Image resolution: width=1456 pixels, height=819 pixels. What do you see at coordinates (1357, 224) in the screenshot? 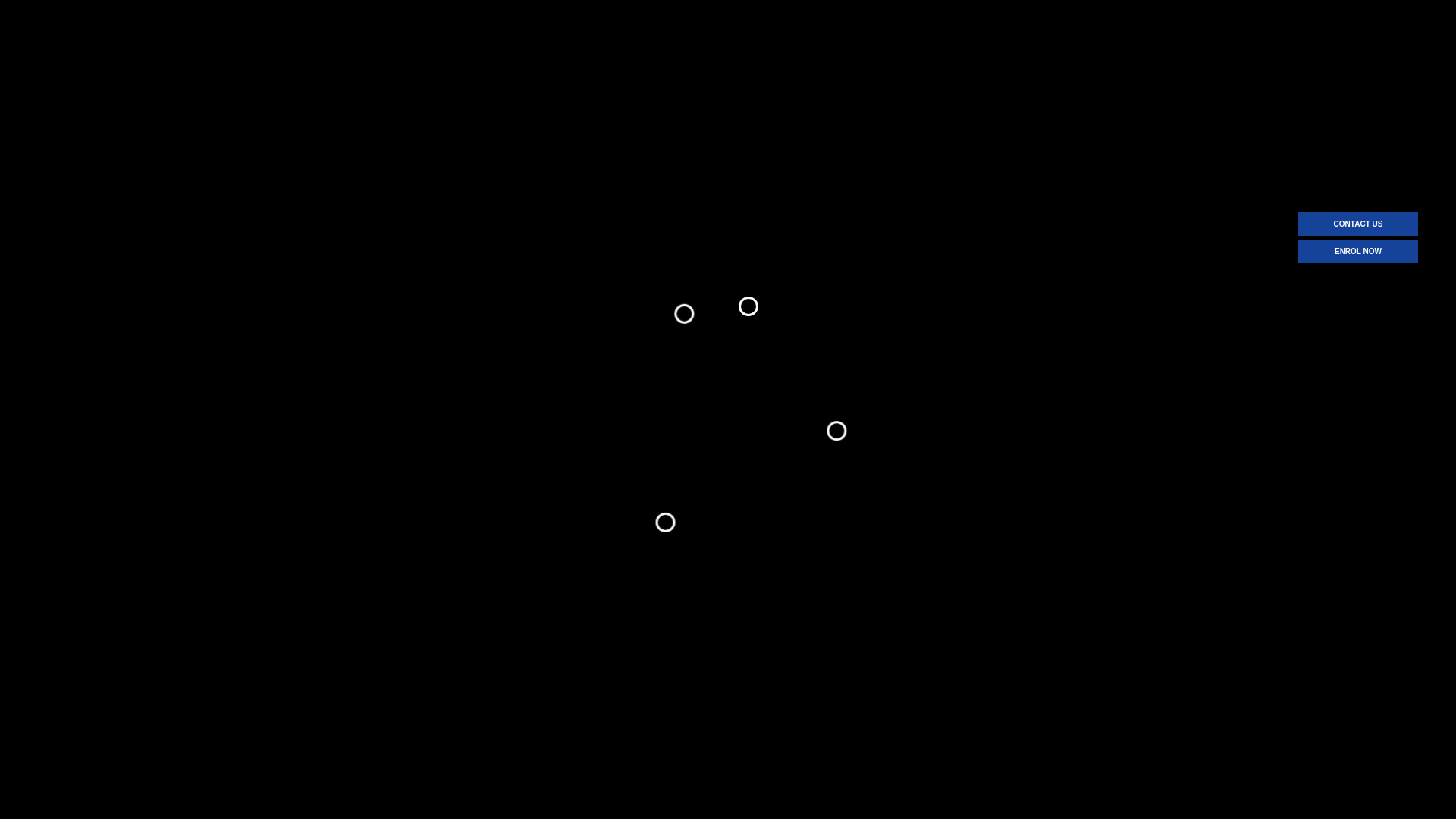
I see `'CONTACT US'` at bounding box center [1357, 224].